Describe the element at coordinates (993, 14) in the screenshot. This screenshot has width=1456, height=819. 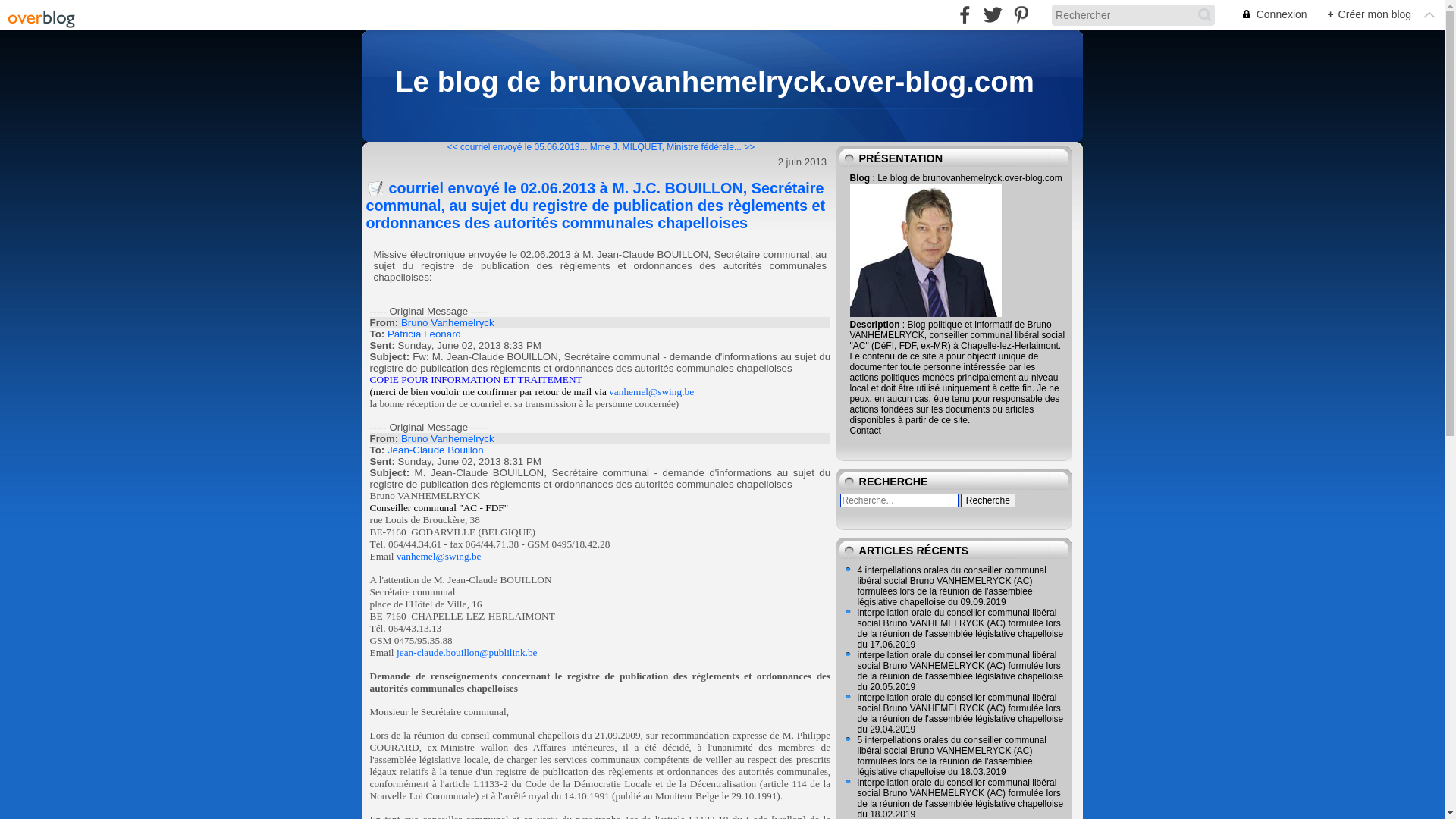
I see `' twitter'` at that location.